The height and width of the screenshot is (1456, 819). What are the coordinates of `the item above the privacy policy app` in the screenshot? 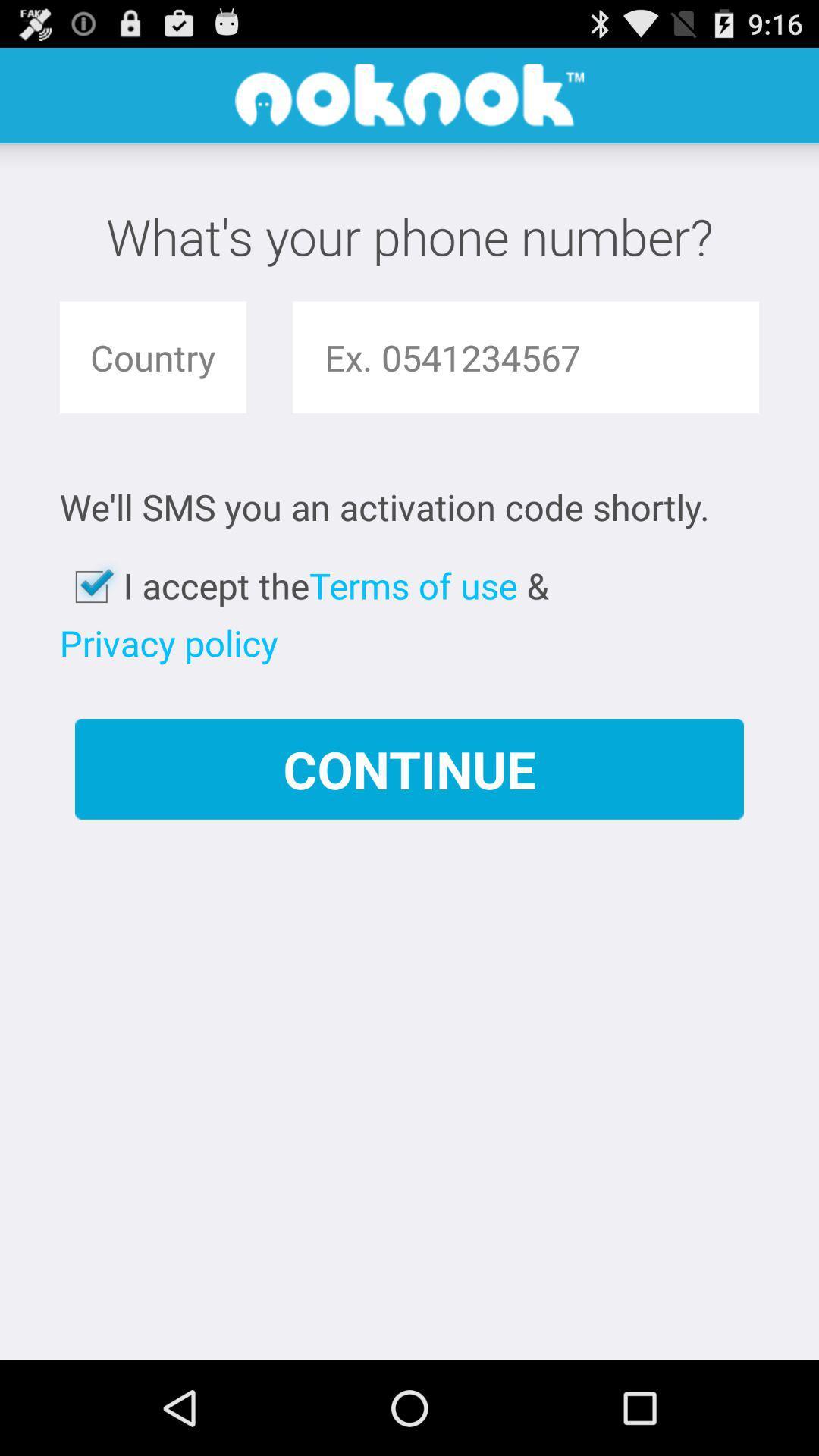 It's located at (91, 585).